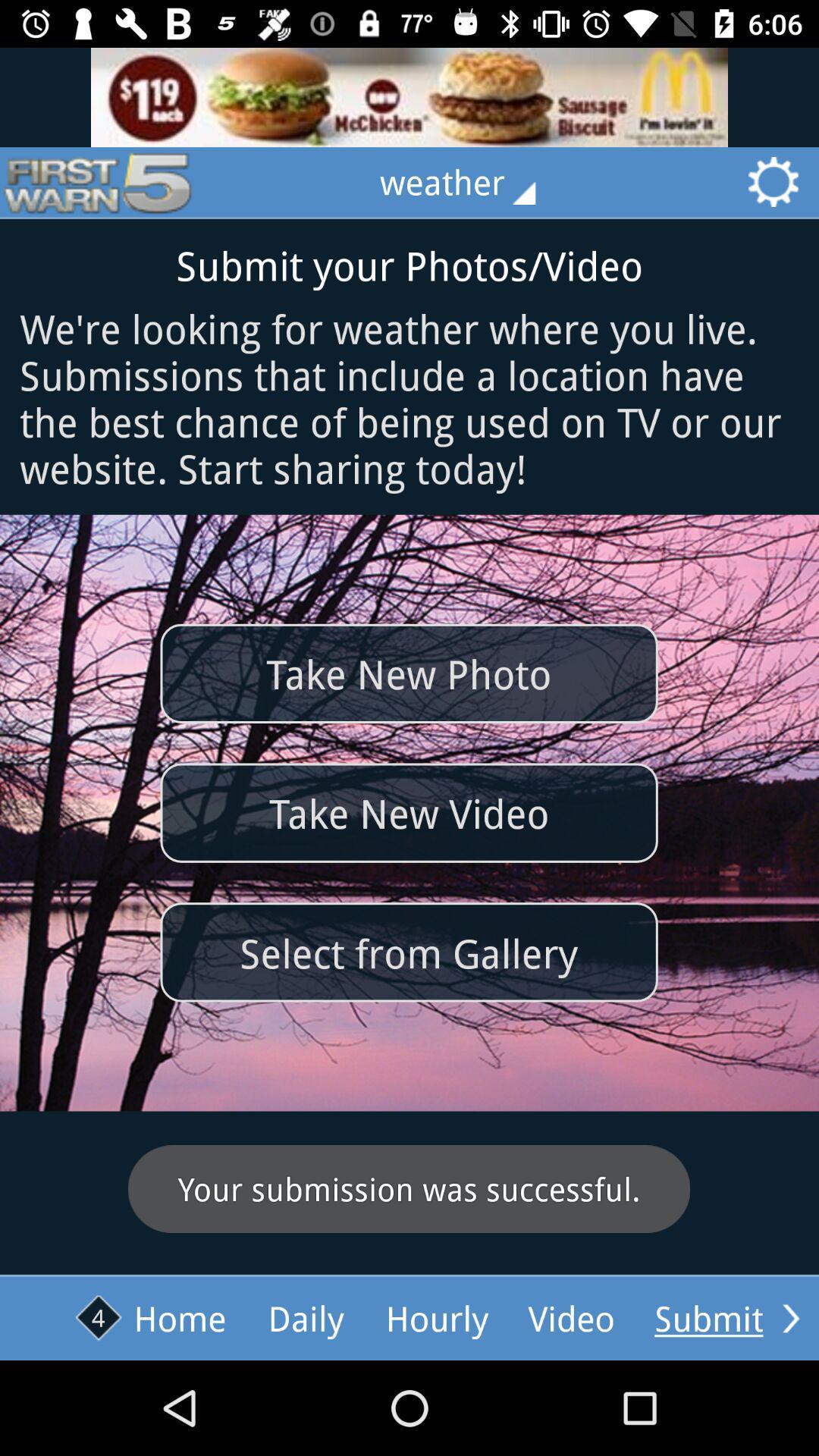 This screenshot has width=819, height=1456. What do you see at coordinates (790, 1317) in the screenshot?
I see `the arrow_forward icon` at bounding box center [790, 1317].